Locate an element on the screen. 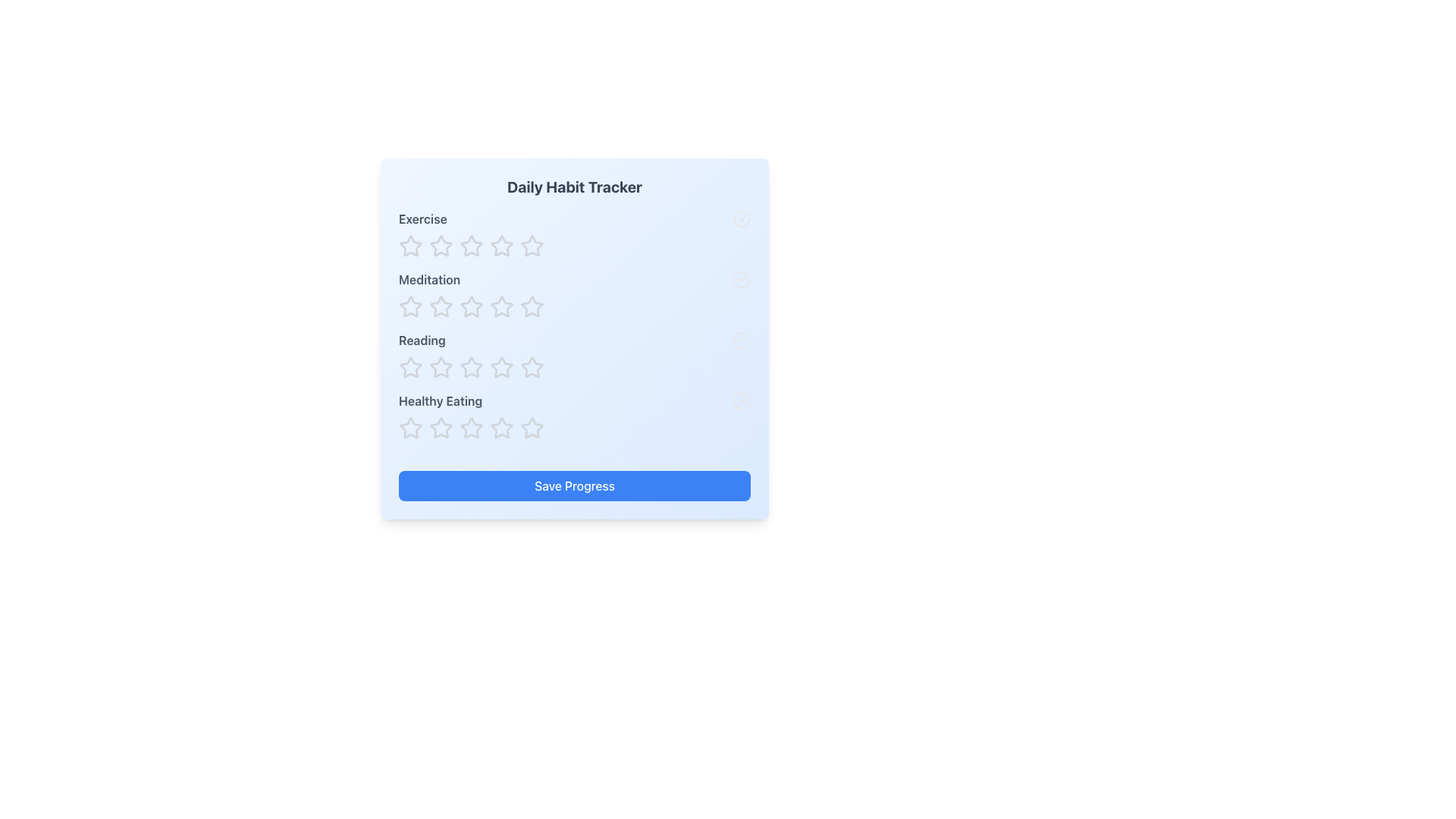 The width and height of the screenshot is (1456, 819). the second star in the horizontal row of stars for rating the 'Exercise' activity under the 'Daily Habit Tracker' title is located at coordinates (531, 245).